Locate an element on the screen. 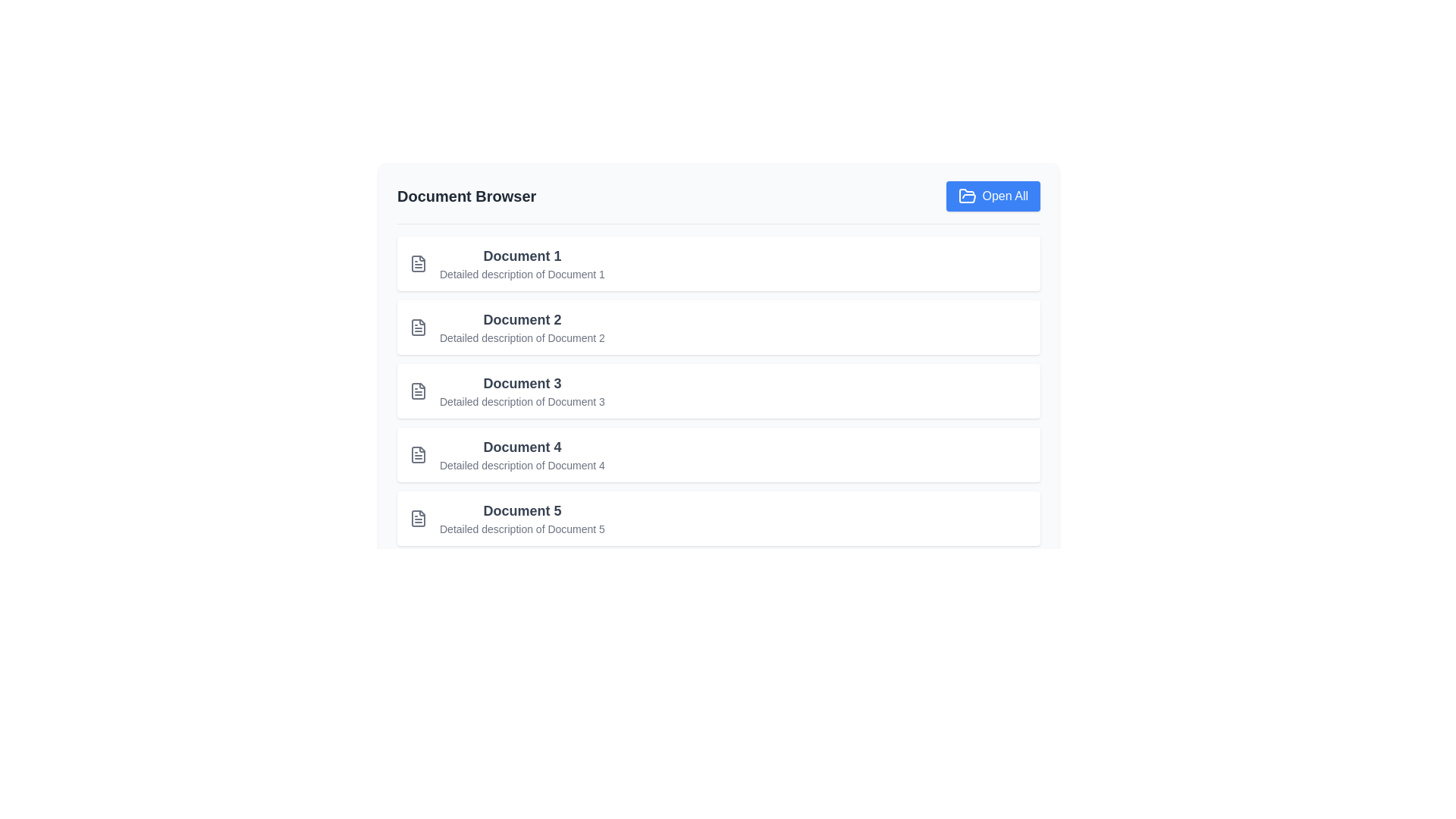 This screenshot has height=819, width=1456. the third item in the document list which presents the title and description for 'Document 3' is located at coordinates (522, 391).